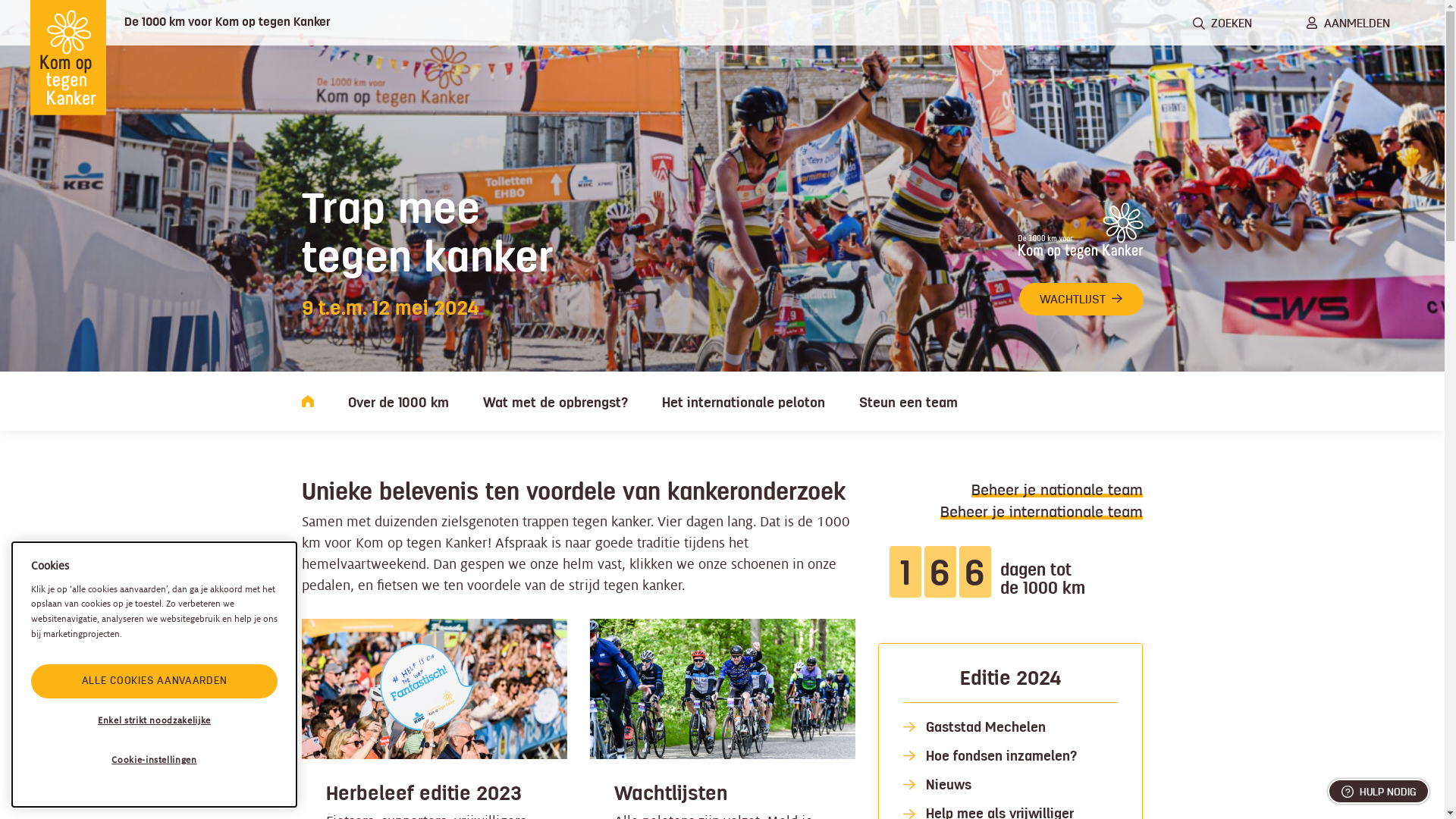  Describe the element at coordinates (1056, 489) in the screenshot. I see `'Beheer je nationale team'` at that location.